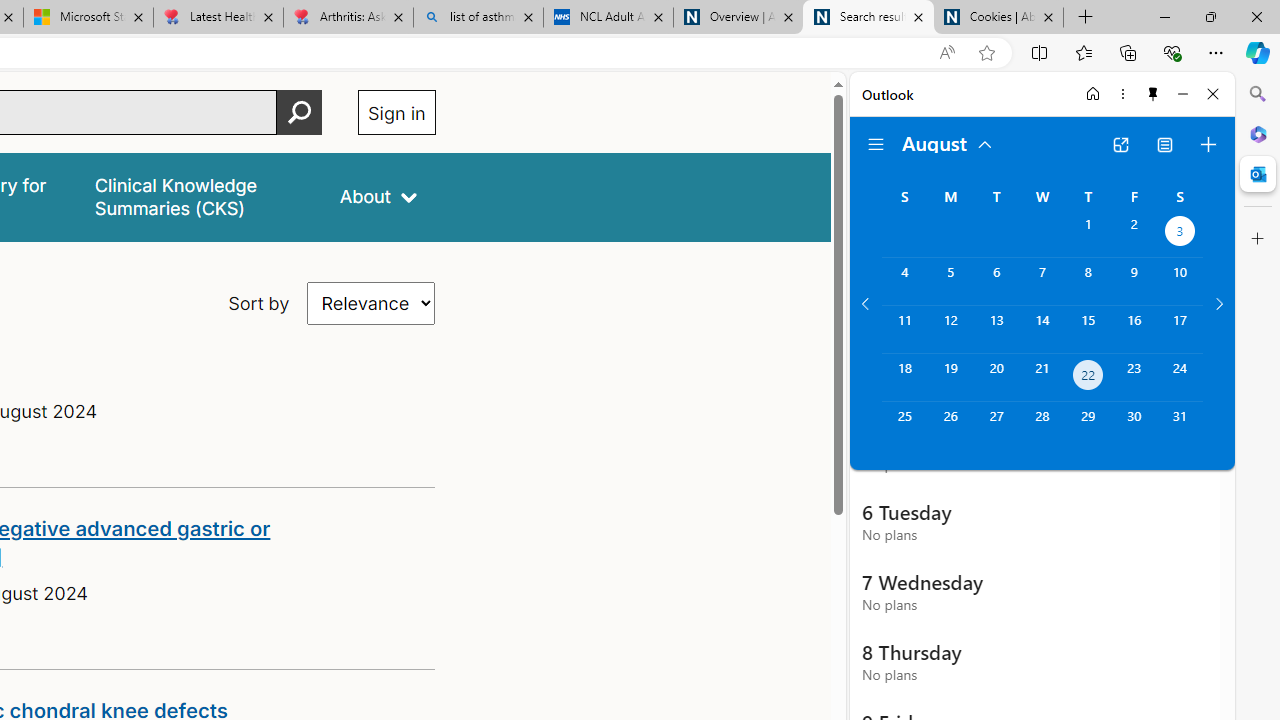 The image size is (1280, 720). Describe the element at coordinates (1087, 328) in the screenshot. I see `'Thursday, August 15, 2024. '` at that location.